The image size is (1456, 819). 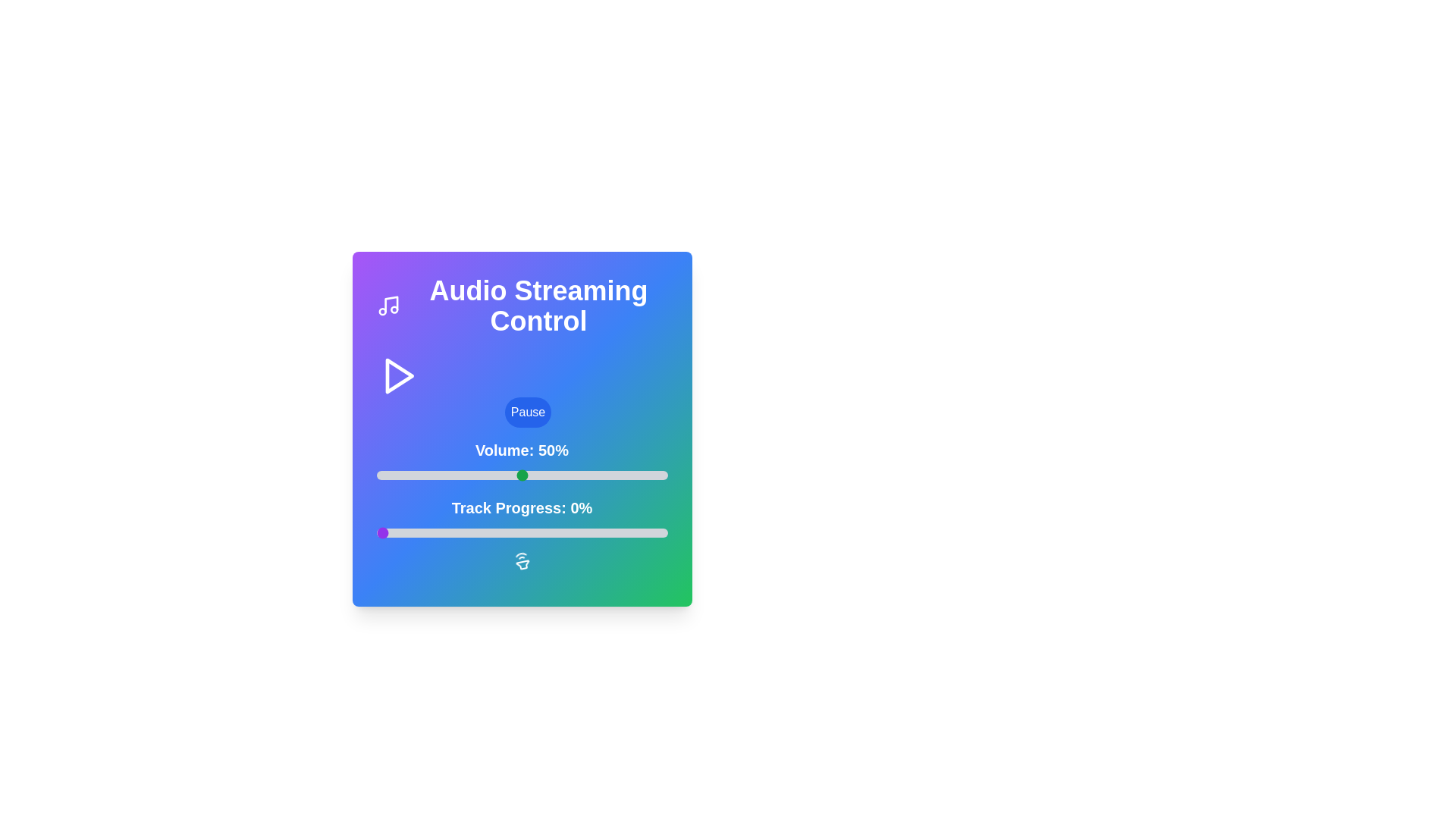 What do you see at coordinates (385, 475) in the screenshot?
I see `the volume slider to 3%` at bounding box center [385, 475].